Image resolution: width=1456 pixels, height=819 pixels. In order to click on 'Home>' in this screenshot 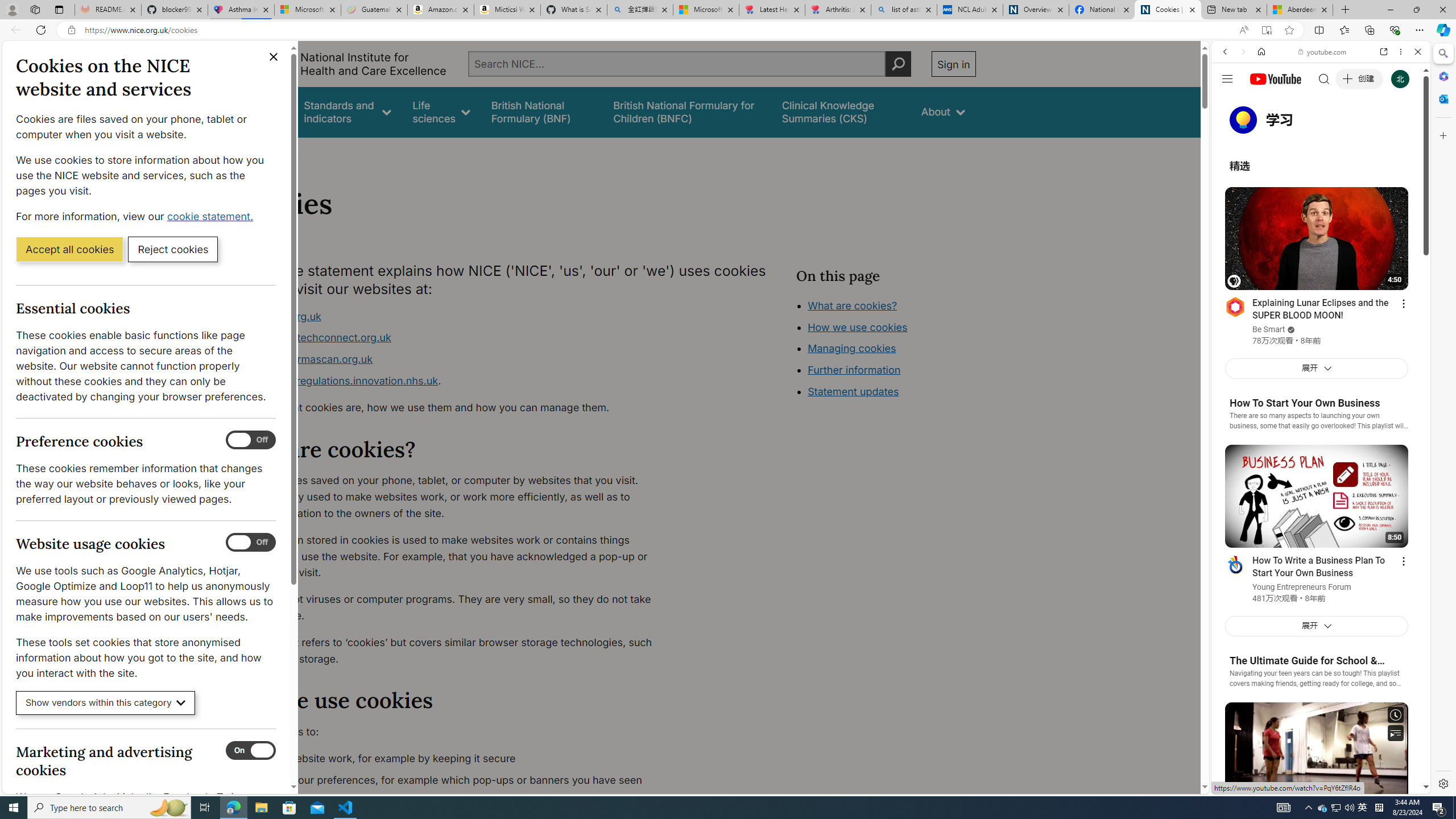, I will do `click(246, 152)`.